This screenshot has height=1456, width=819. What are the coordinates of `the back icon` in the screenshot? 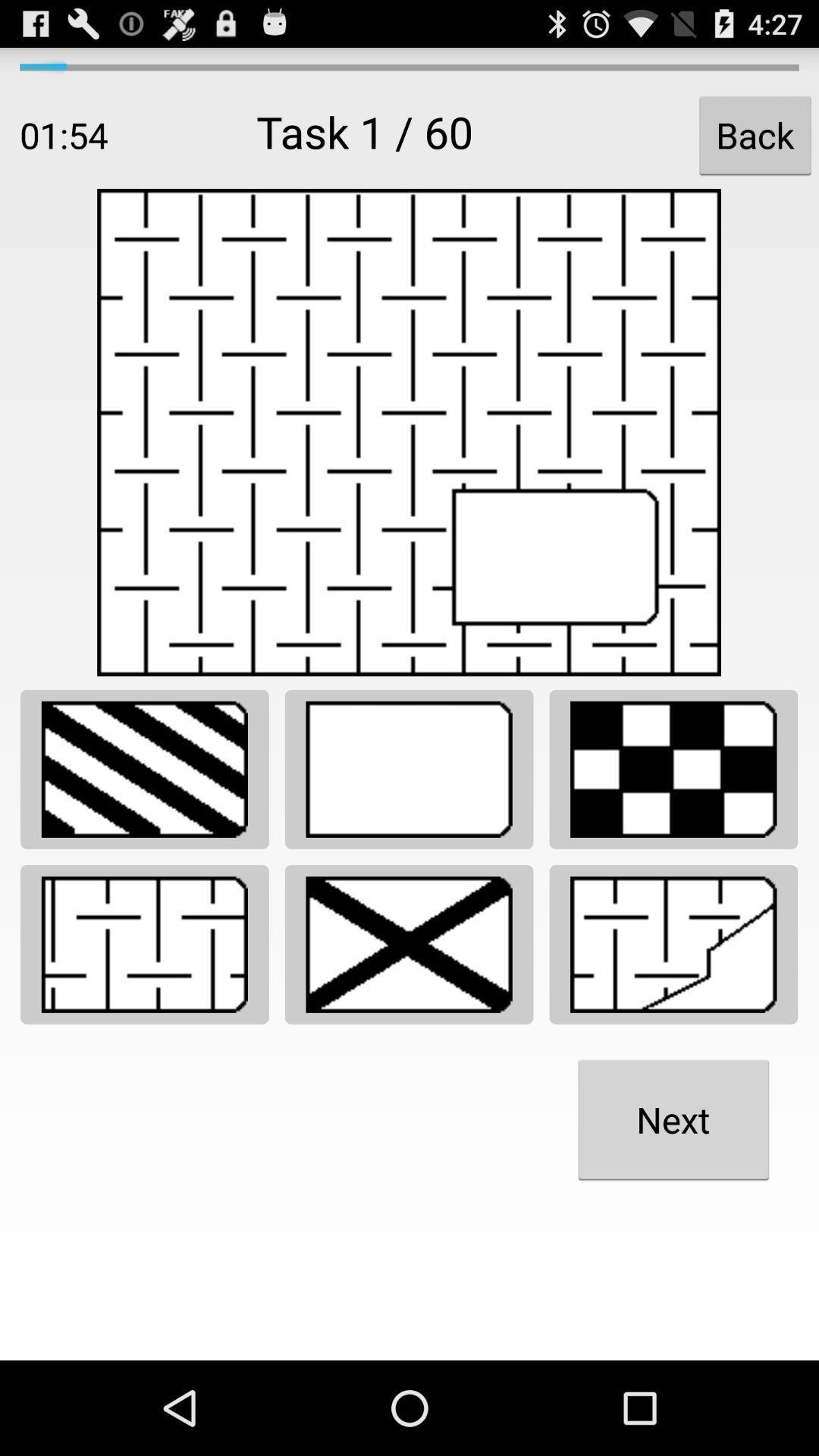 It's located at (755, 135).